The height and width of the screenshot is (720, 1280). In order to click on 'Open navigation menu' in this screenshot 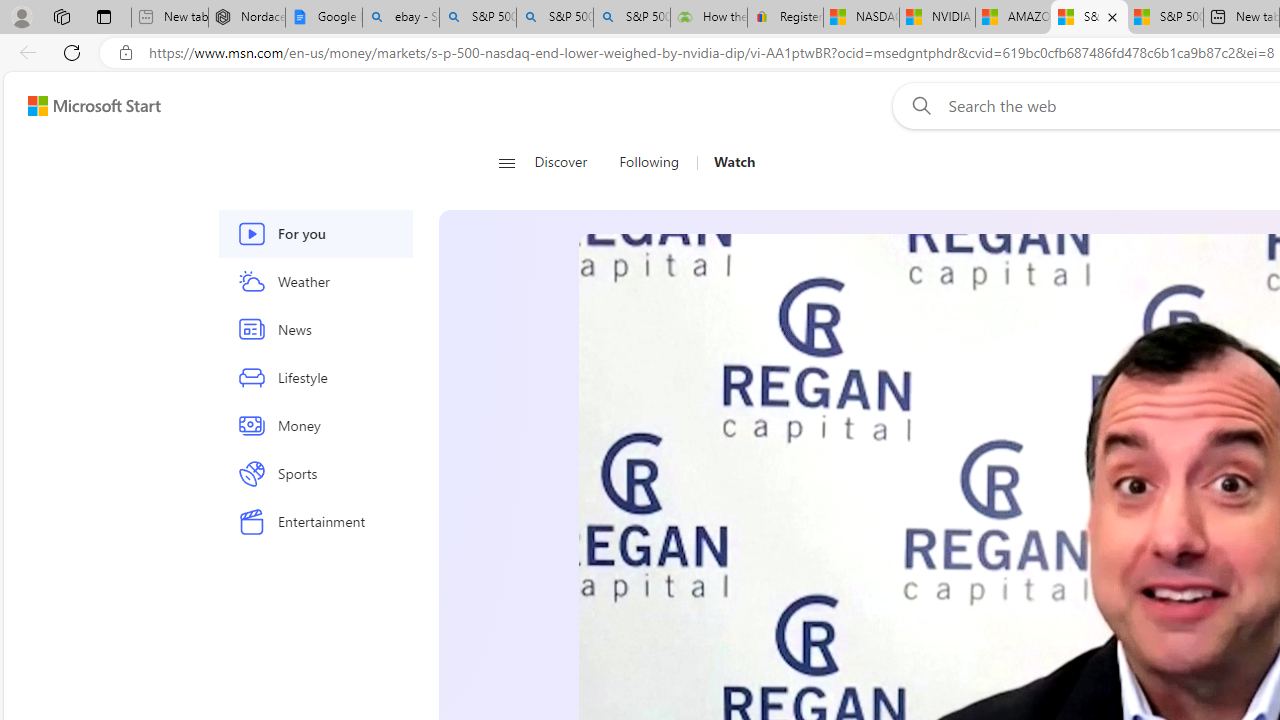, I will do `click(506, 162)`.